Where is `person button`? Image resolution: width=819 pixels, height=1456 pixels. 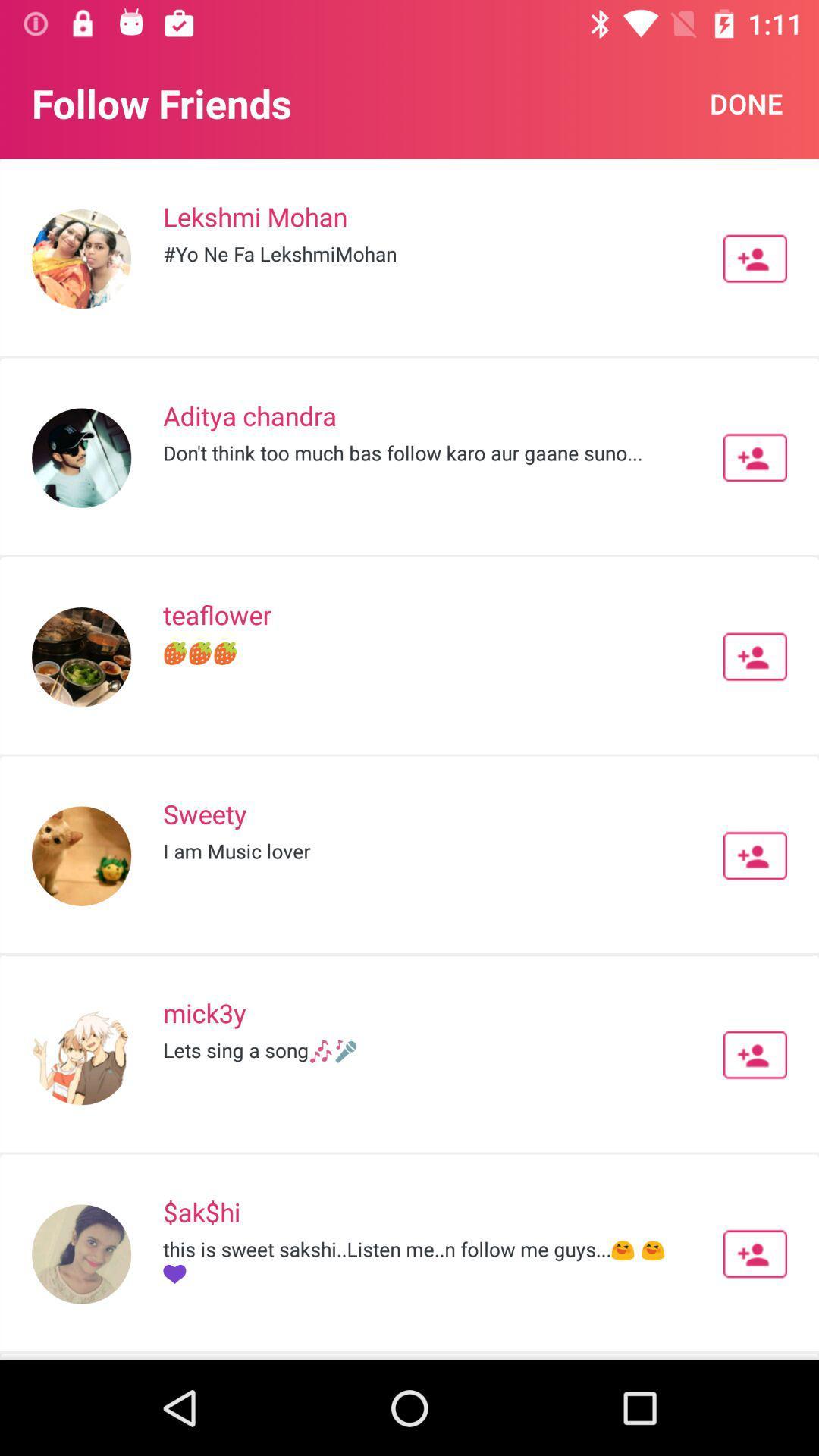 person button is located at coordinates (755, 657).